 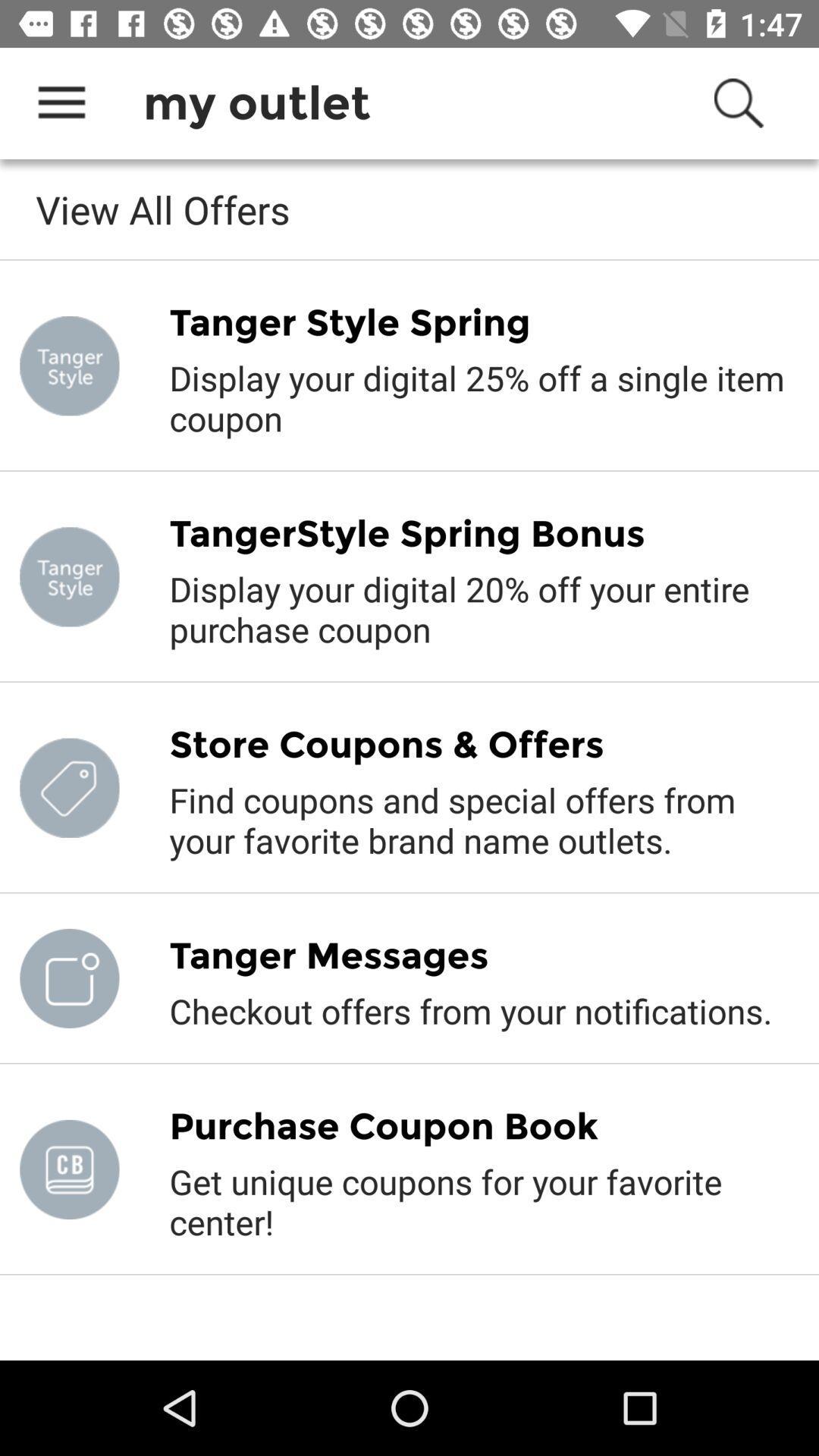 What do you see at coordinates (61, 102) in the screenshot?
I see `the item to the left of my outlet item` at bounding box center [61, 102].